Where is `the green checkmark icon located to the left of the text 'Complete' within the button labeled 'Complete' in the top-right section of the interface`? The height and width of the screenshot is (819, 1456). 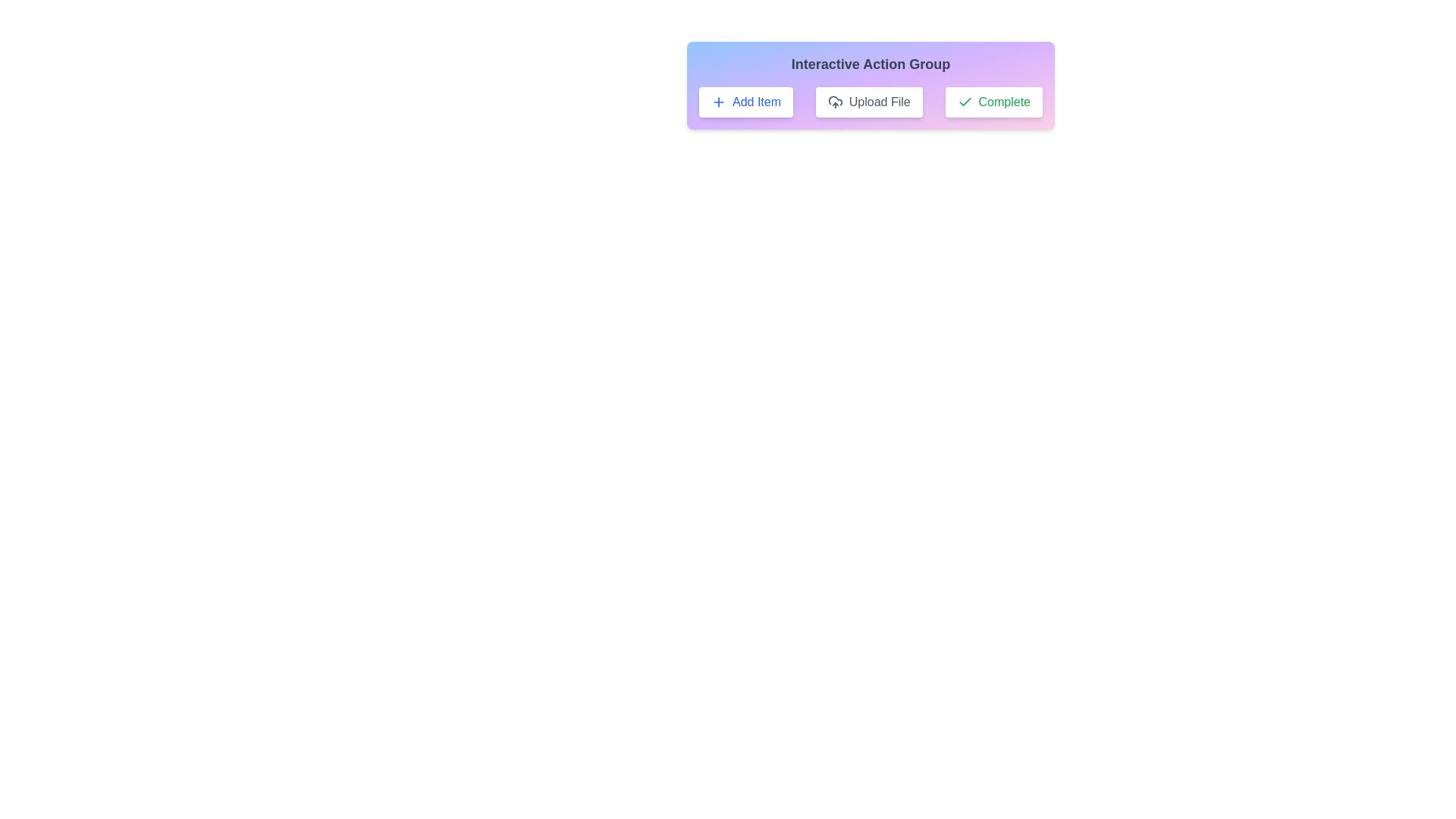
the green checkmark icon located to the left of the text 'Complete' within the button labeled 'Complete' in the top-right section of the interface is located at coordinates (964, 102).